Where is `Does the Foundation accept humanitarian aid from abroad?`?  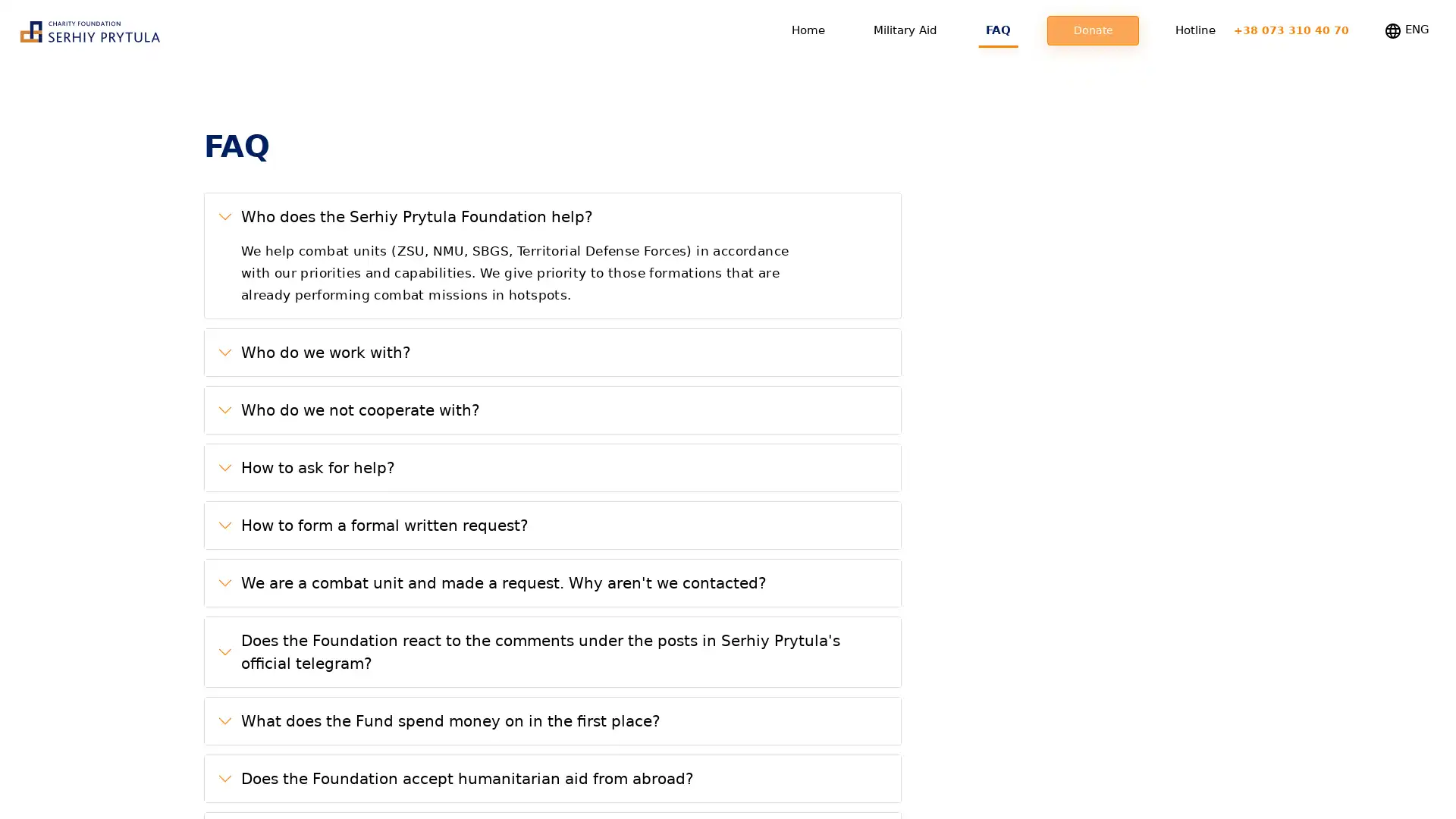 Does the Foundation accept humanitarian aid from abroad? is located at coordinates (551, 778).